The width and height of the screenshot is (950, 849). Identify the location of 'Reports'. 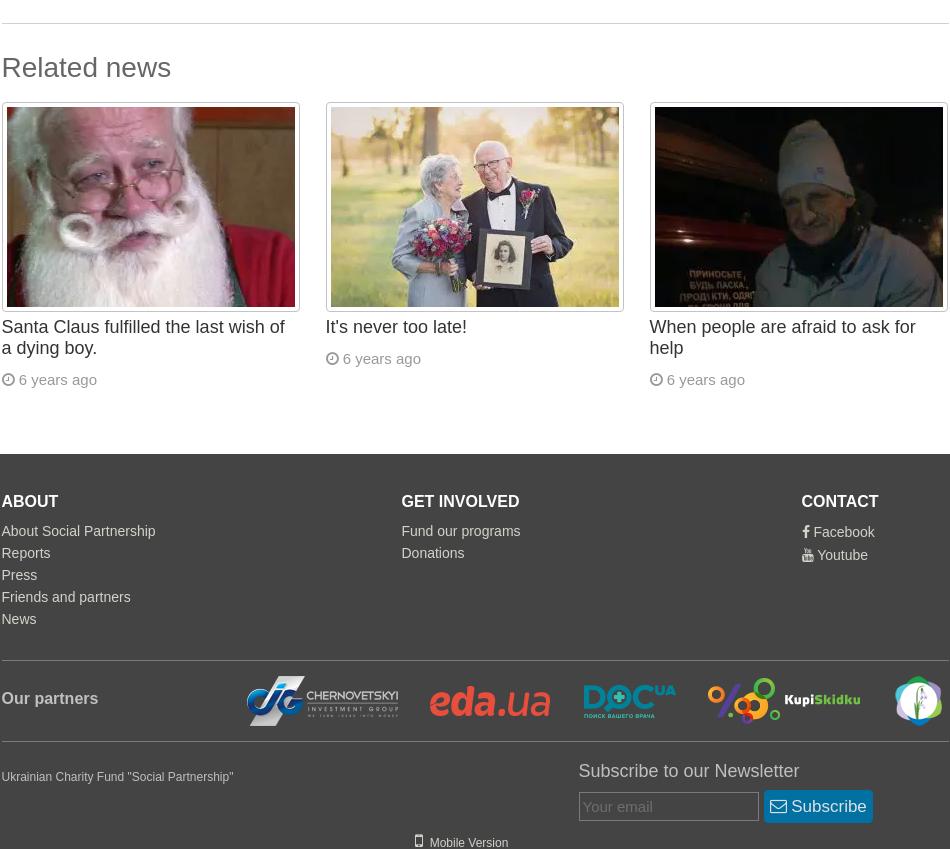
(25, 553).